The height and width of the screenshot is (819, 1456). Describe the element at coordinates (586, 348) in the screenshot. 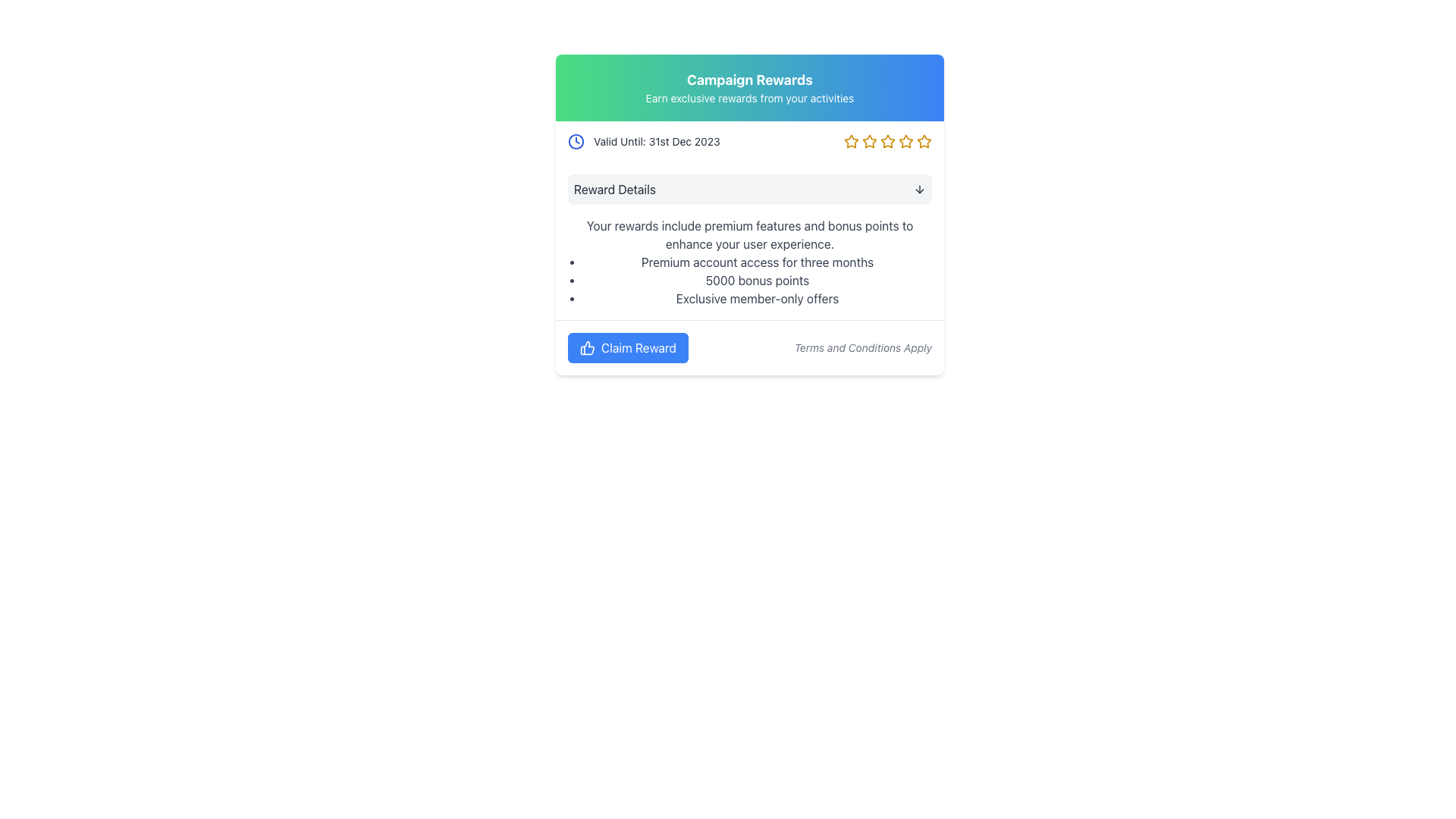

I see `the thumbs-up icon located in the bottom left corner of the 'Campaign Rewards' section to indicate support or approval` at that location.